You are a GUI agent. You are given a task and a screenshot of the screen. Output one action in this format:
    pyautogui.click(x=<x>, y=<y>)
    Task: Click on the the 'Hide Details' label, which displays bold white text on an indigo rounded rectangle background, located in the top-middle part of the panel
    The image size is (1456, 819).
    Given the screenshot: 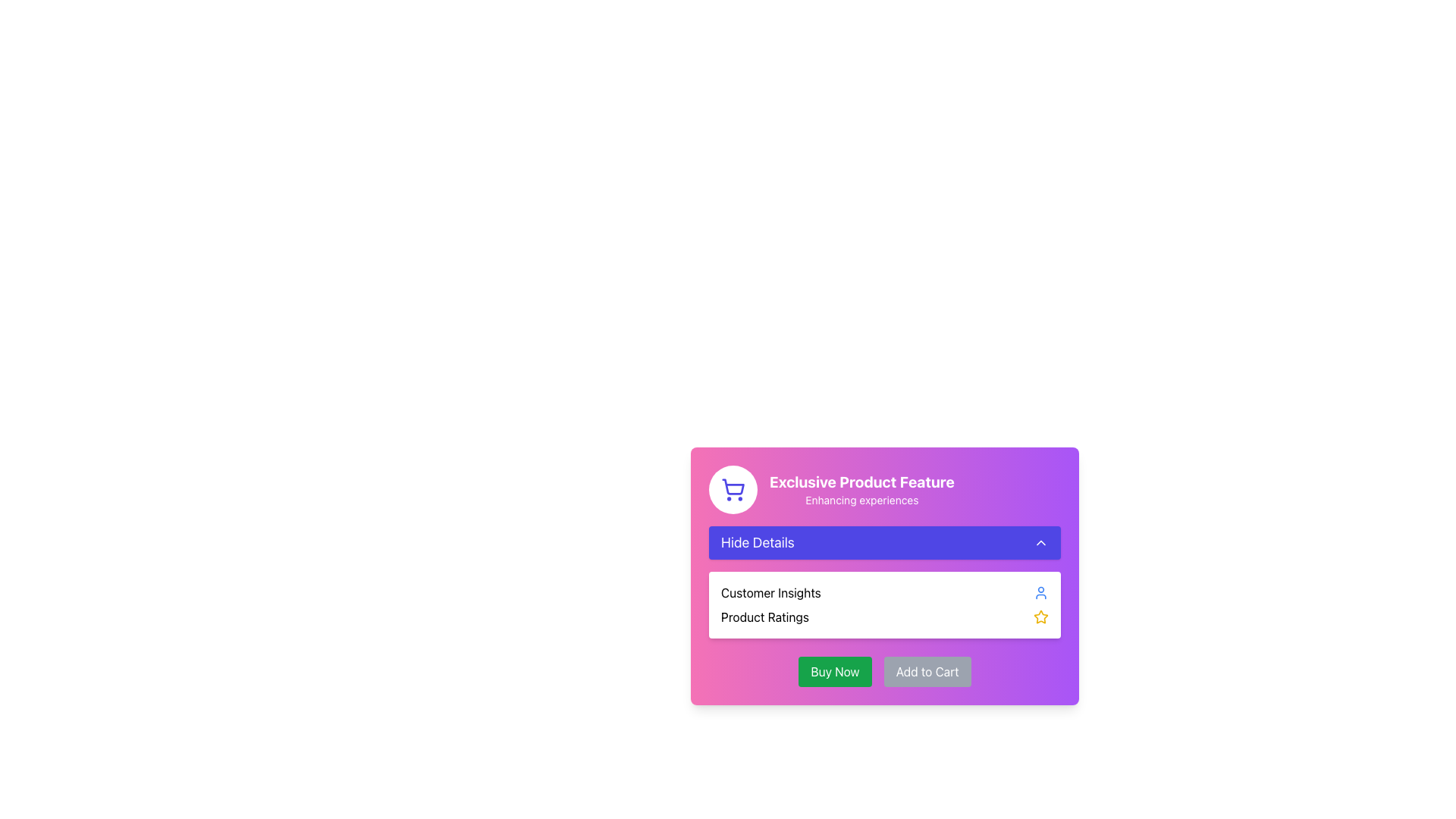 What is the action you would take?
    pyautogui.click(x=757, y=542)
    